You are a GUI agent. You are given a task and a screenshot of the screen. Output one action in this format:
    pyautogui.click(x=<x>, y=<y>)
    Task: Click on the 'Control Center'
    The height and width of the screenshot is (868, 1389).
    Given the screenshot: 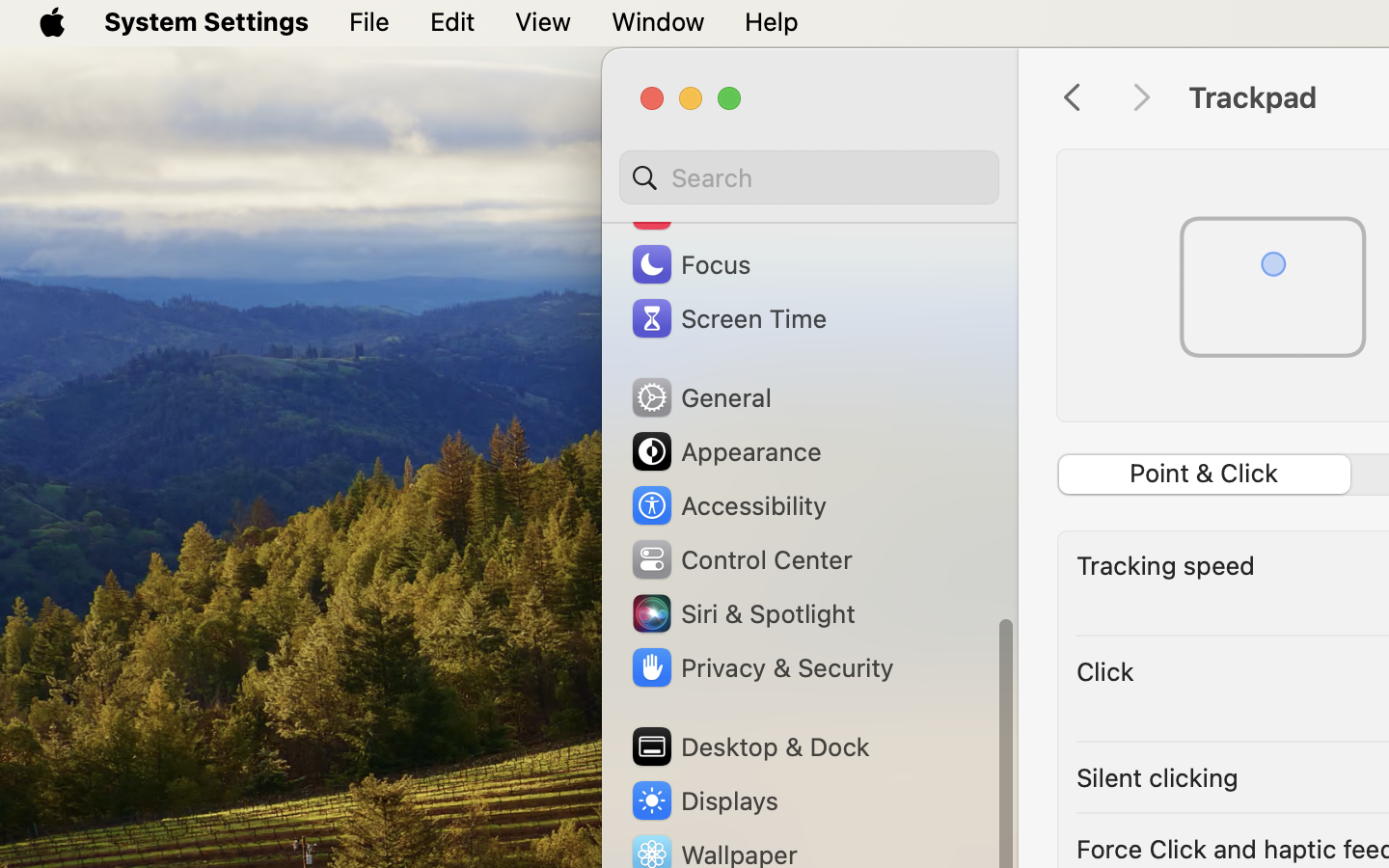 What is the action you would take?
    pyautogui.click(x=739, y=558)
    